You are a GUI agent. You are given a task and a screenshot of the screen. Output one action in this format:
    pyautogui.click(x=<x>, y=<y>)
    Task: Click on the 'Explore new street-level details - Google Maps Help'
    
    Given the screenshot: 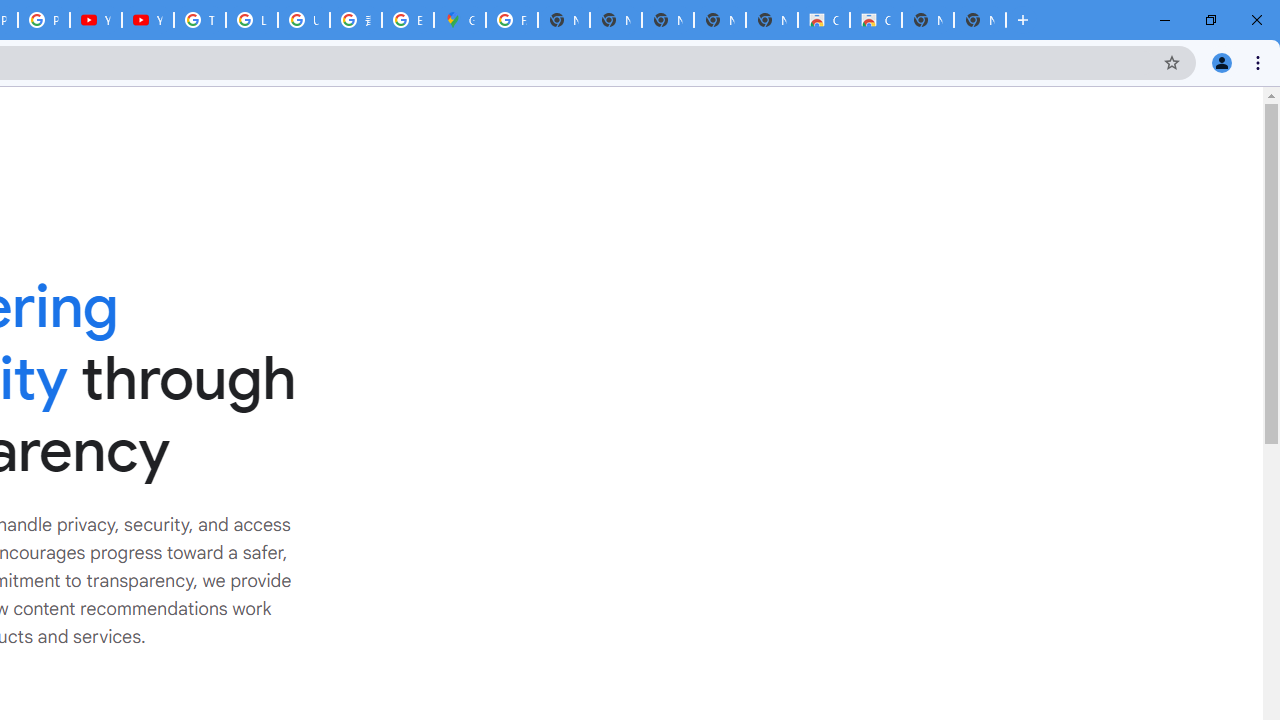 What is the action you would take?
    pyautogui.click(x=406, y=20)
    